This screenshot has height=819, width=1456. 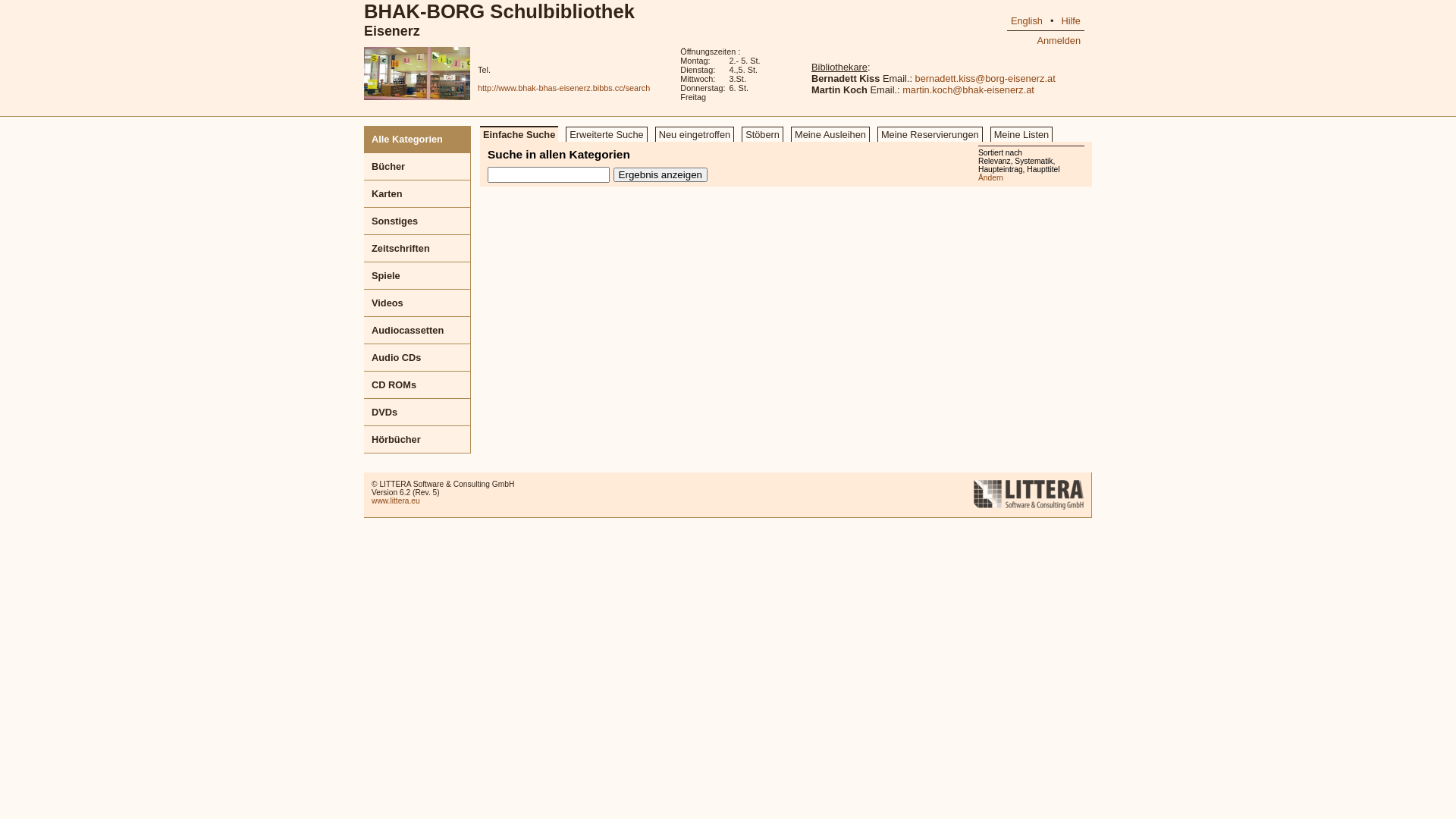 I want to click on 'Meine Reservierungen', so click(x=929, y=133).